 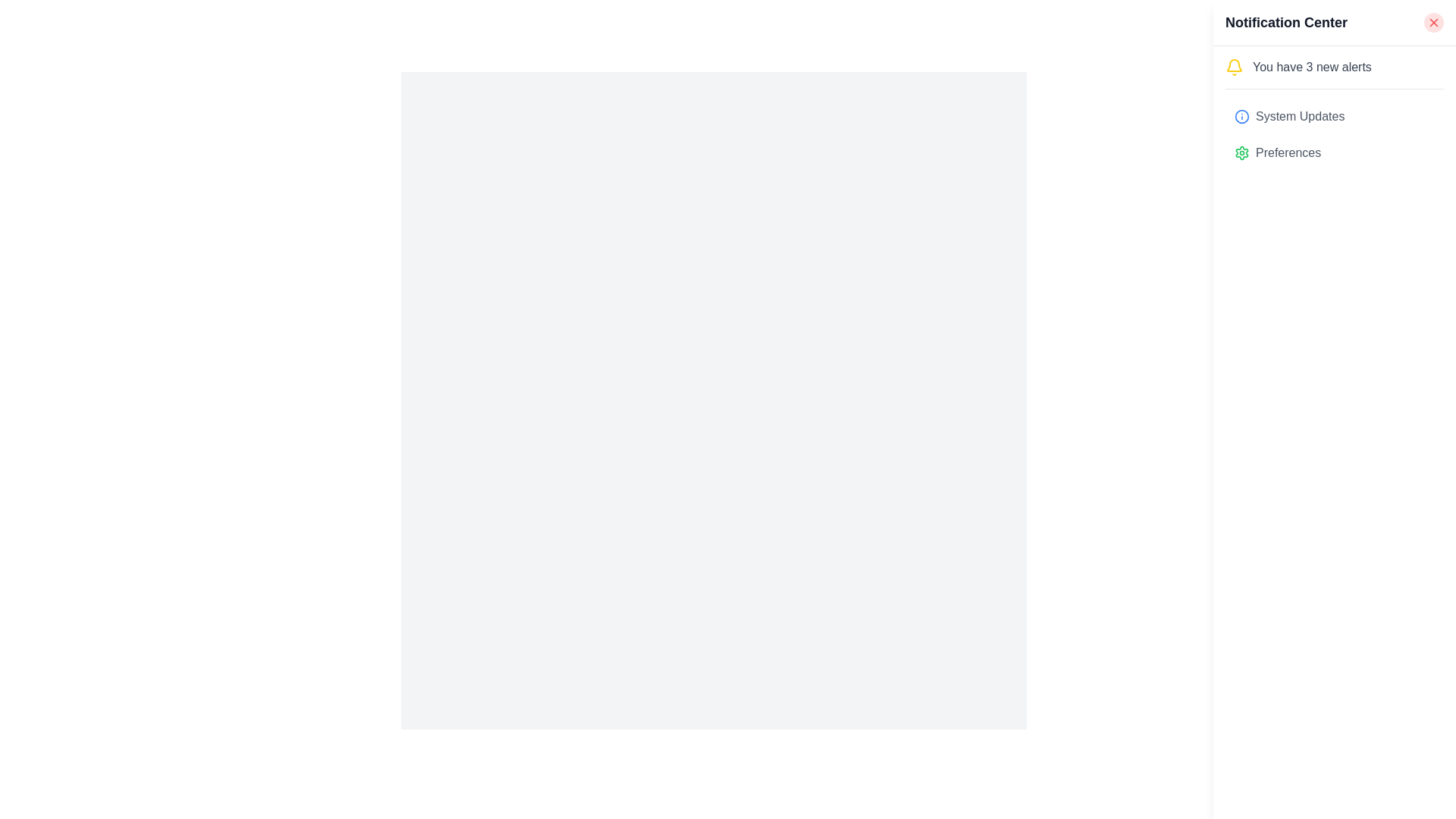 What do you see at coordinates (1234, 66) in the screenshot?
I see `the yellow bell-shaped icon representing notifications or alerts, located on the far left side of the section labeled 'You have 3 new alerts'` at bounding box center [1234, 66].